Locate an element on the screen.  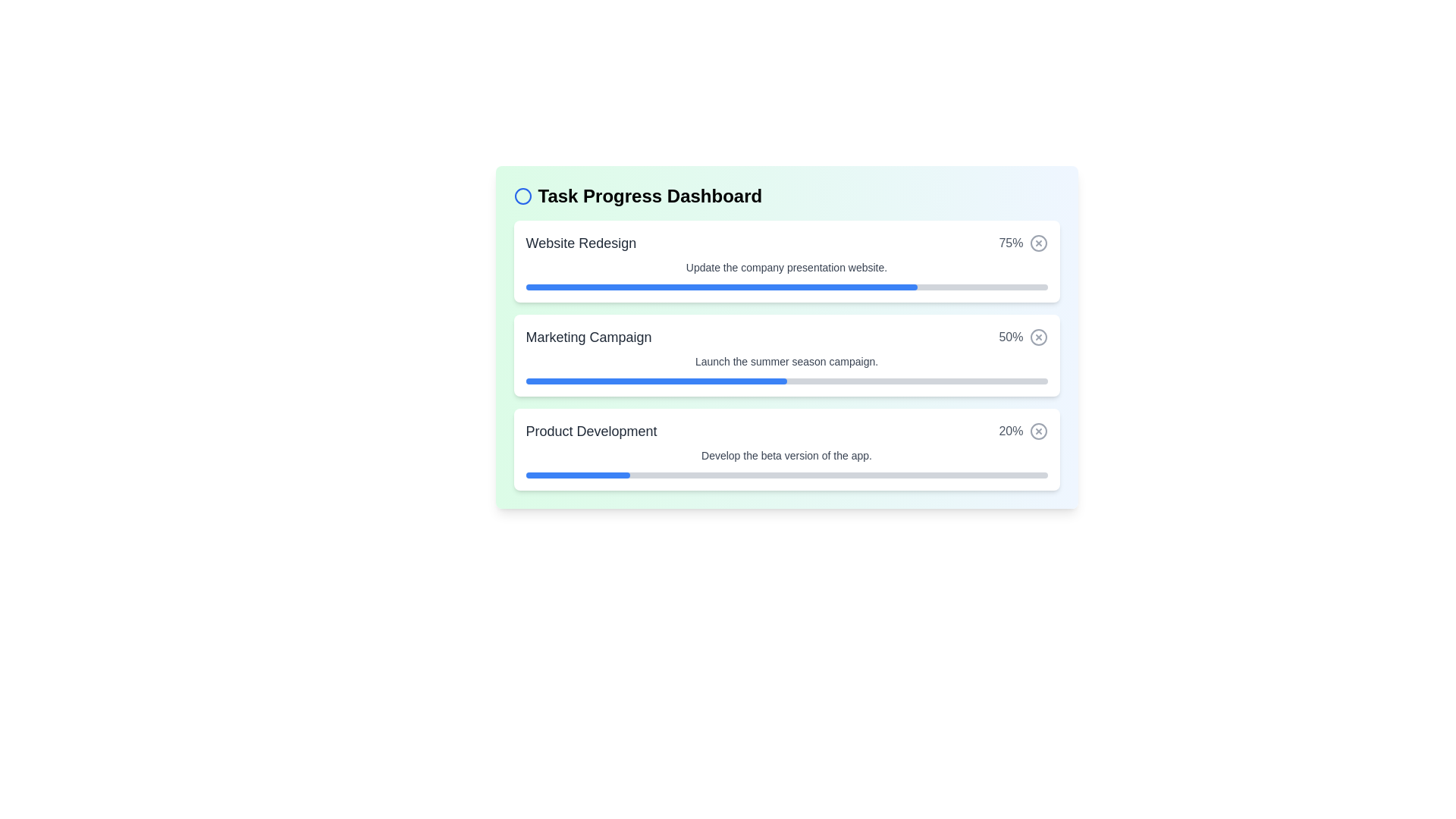
the label displaying '50%' in gray font located in the 'Marketing Campaign' section of the task progress dashboard is located at coordinates (1023, 336).